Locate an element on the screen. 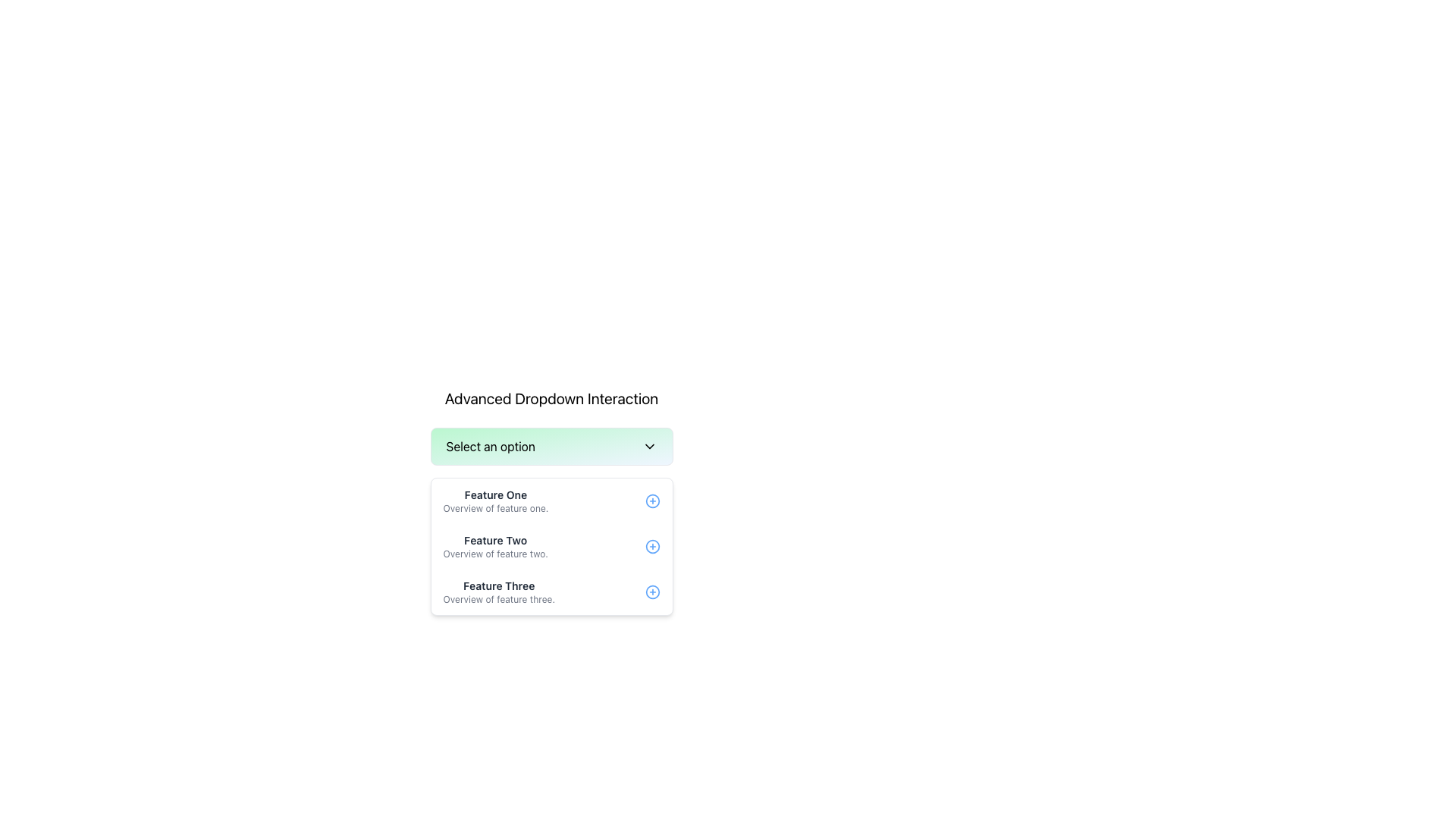  the text label that displays 'Feature Two', which is the second item in a vertically stacked list of options within a dropdown menu is located at coordinates (495, 540).